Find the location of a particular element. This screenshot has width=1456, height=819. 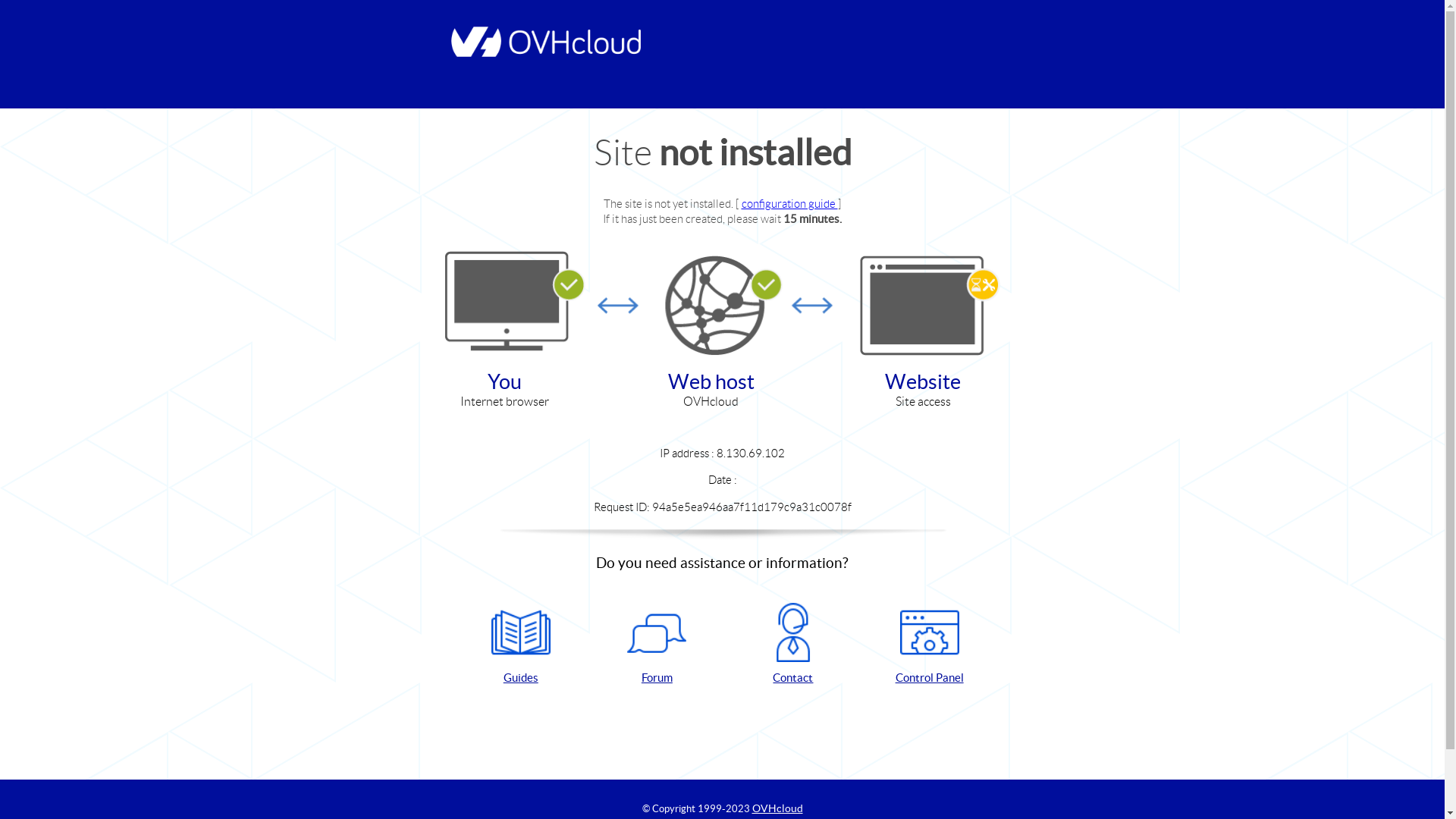

'Control Panel' is located at coordinates (928, 644).